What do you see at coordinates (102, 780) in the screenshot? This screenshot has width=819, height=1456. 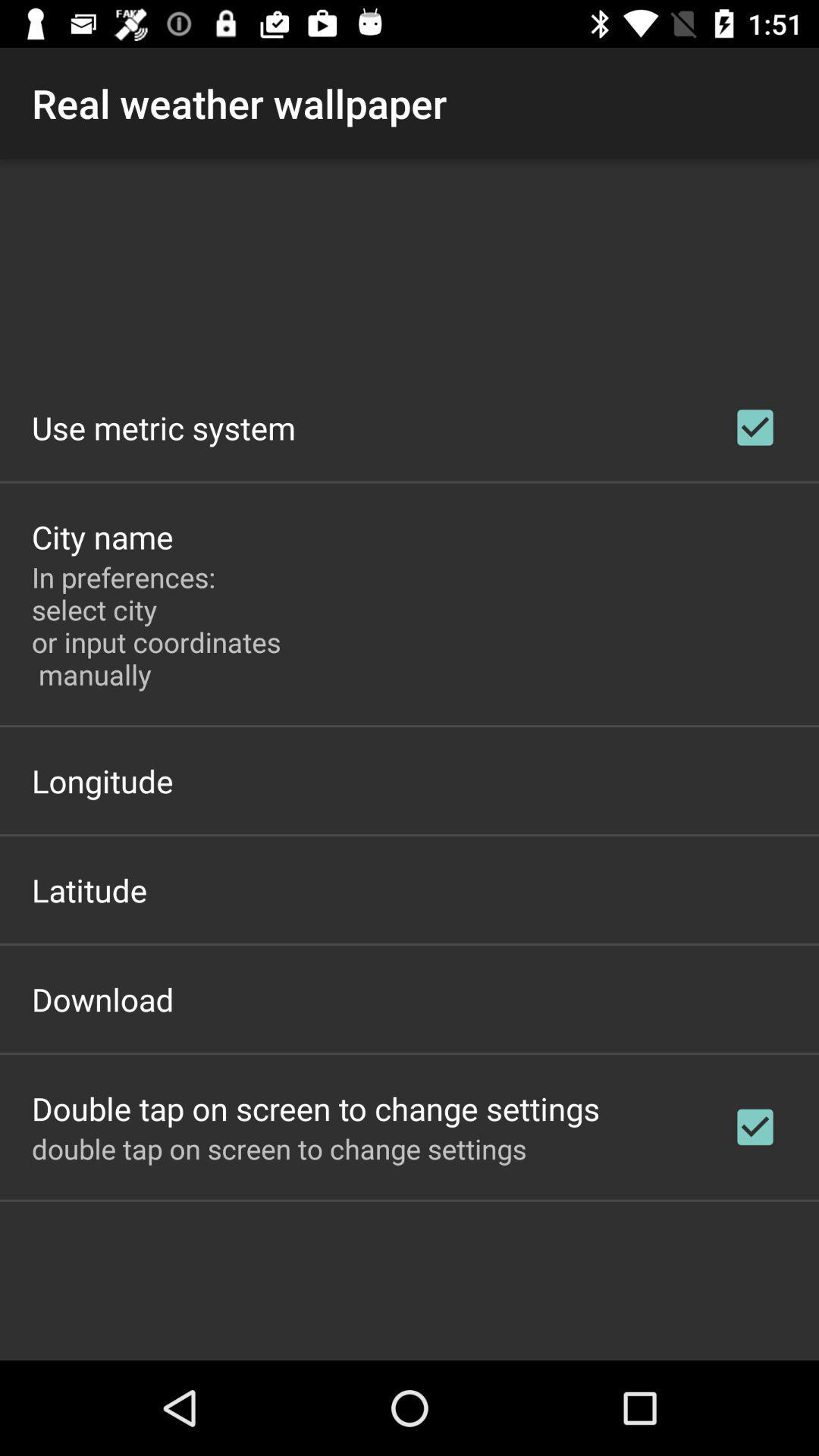 I see `the longitude` at bounding box center [102, 780].